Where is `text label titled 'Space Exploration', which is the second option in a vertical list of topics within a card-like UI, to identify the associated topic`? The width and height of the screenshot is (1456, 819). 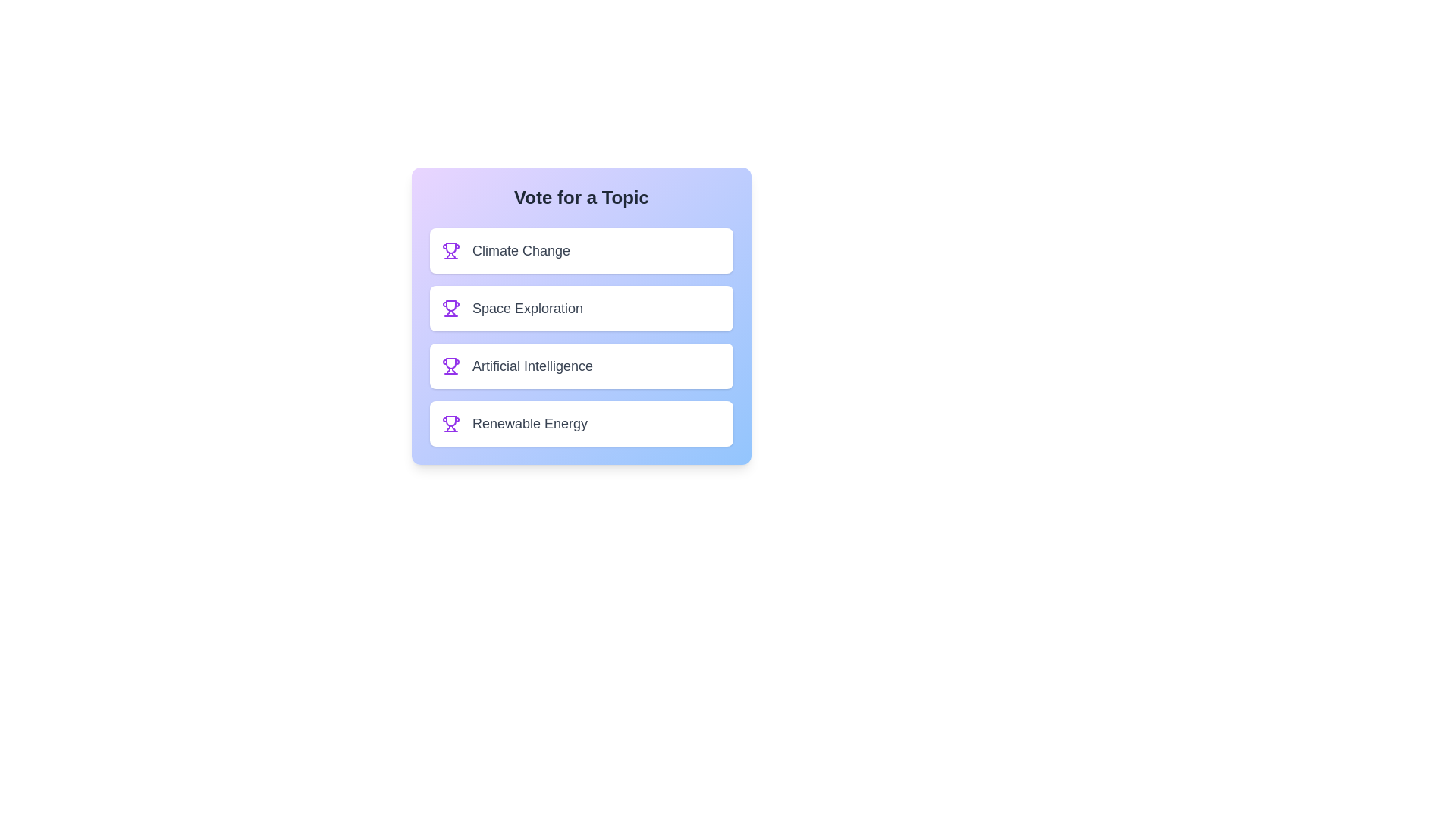 text label titled 'Space Exploration', which is the second option in a vertical list of topics within a card-like UI, to identify the associated topic is located at coordinates (528, 308).